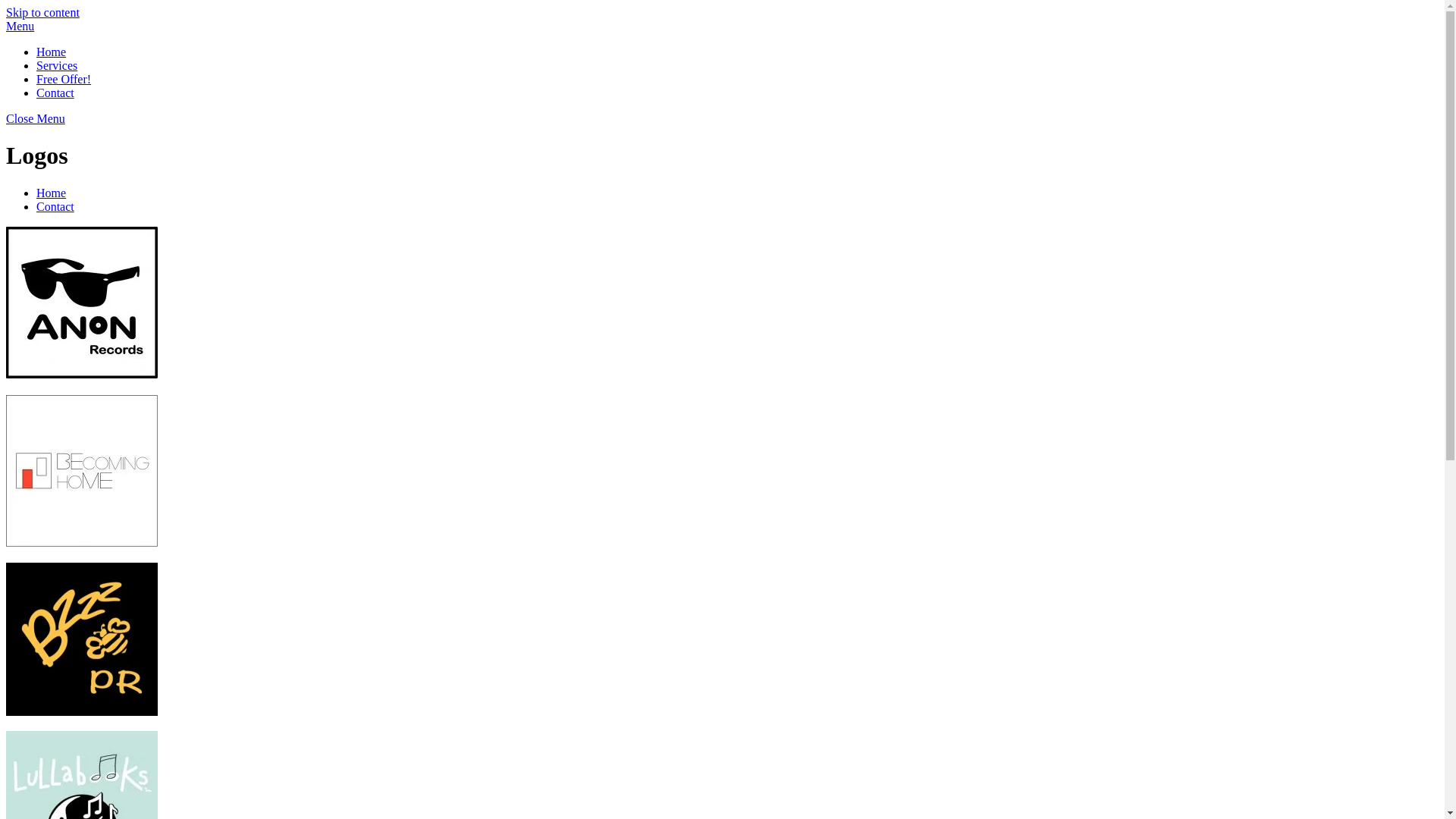  What do you see at coordinates (81, 302) in the screenshot?
I see `'ANON-logo-no-shh'` at bounding box center [81, 302].